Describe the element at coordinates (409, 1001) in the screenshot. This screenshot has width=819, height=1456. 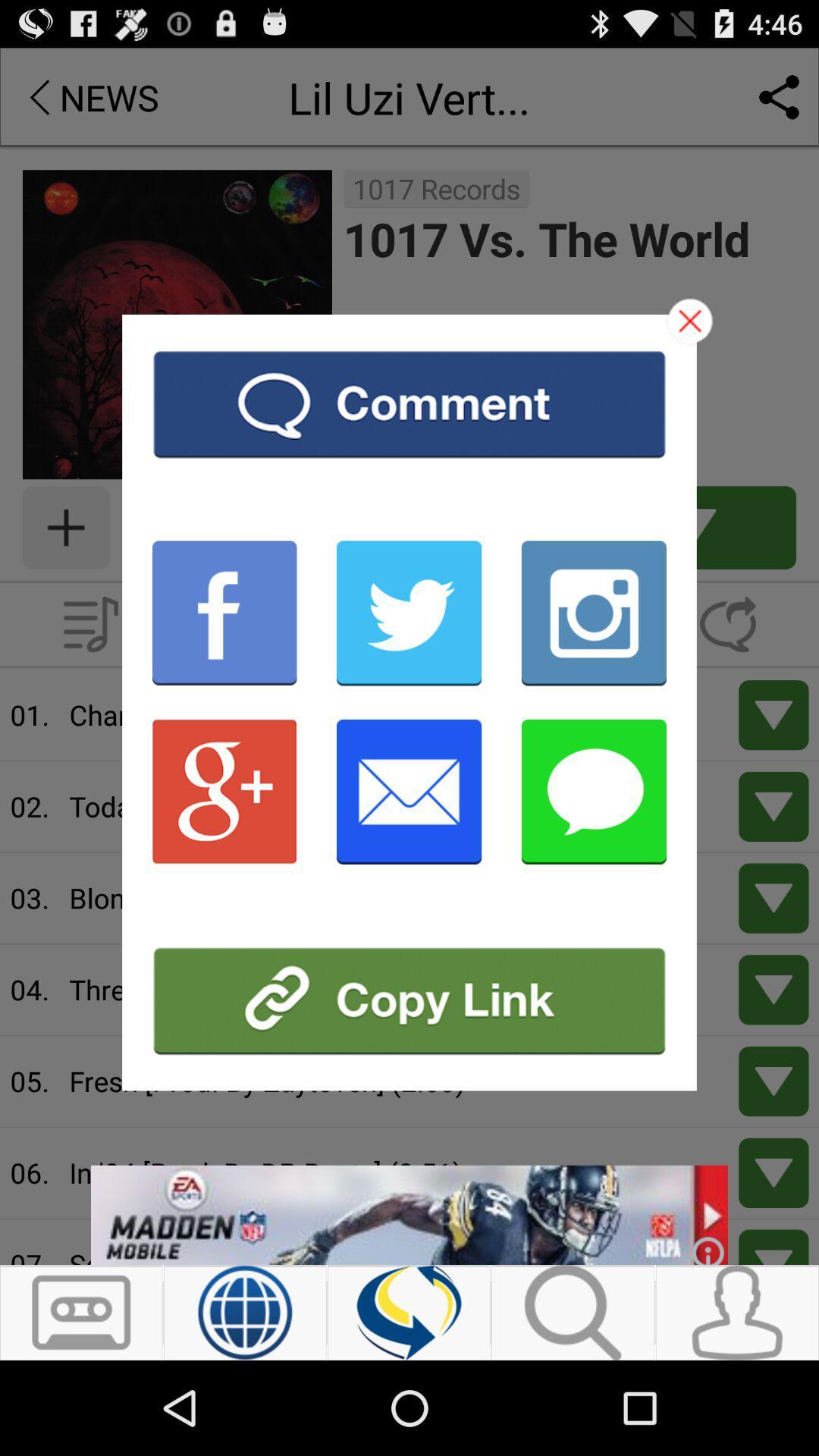
I see `copy link address` at that location.